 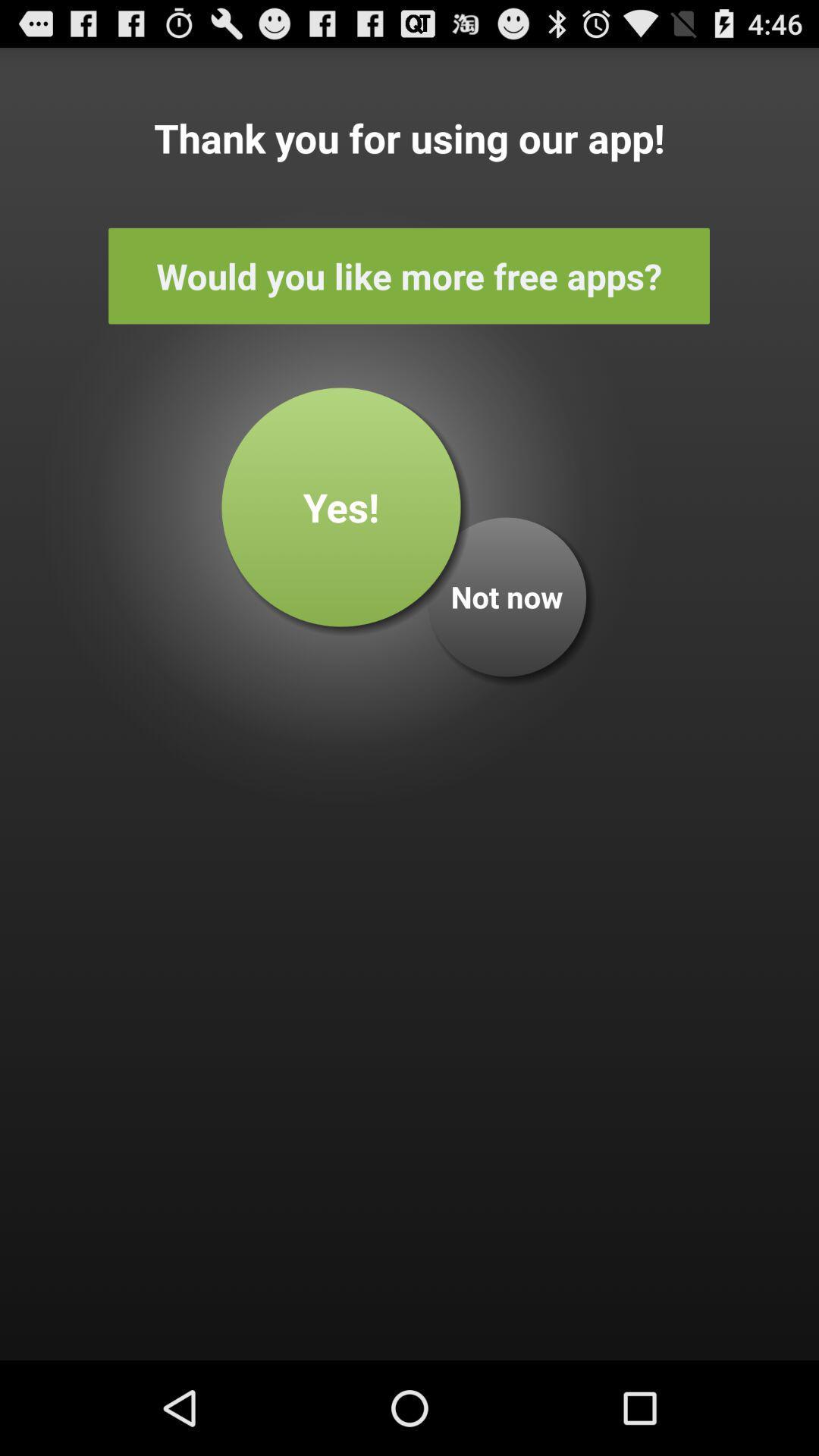 I want to click on the not now icon, so click(x=507, y=596).